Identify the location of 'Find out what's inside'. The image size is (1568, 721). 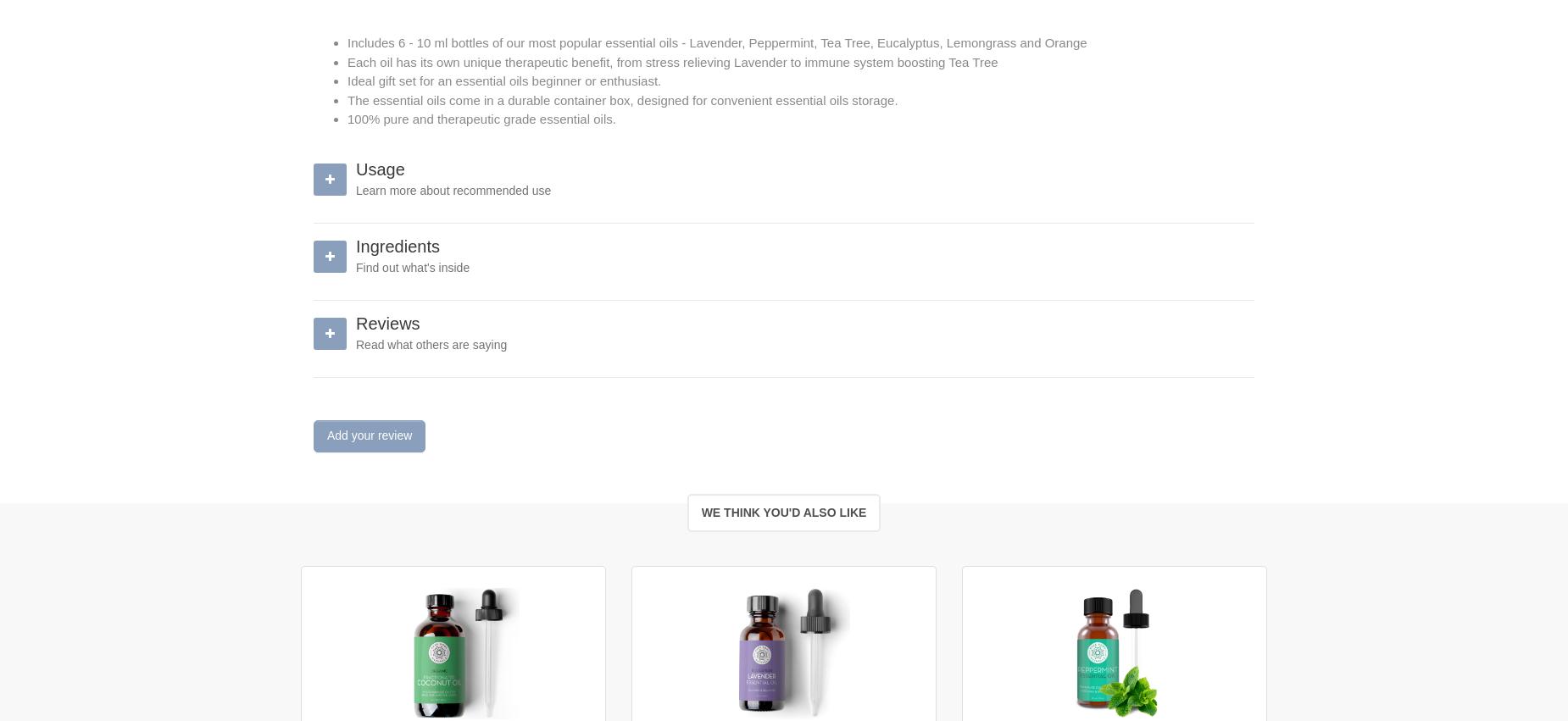
(412, 266).